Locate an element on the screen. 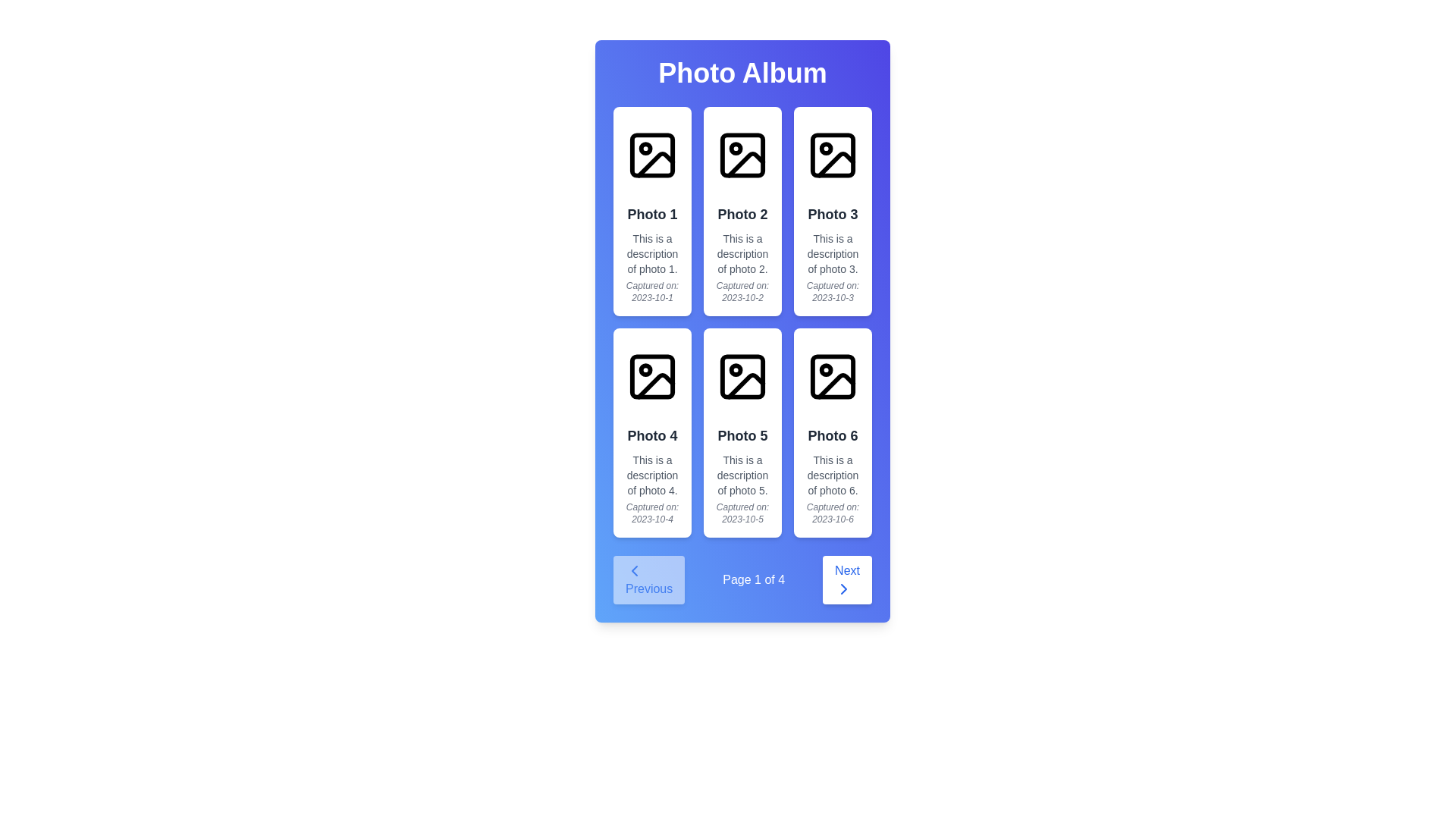 The width and height of the screenshot is (1456, 819). the title Text Label for the photo card located in the center card of the second row is located at coordinates (742, 435).